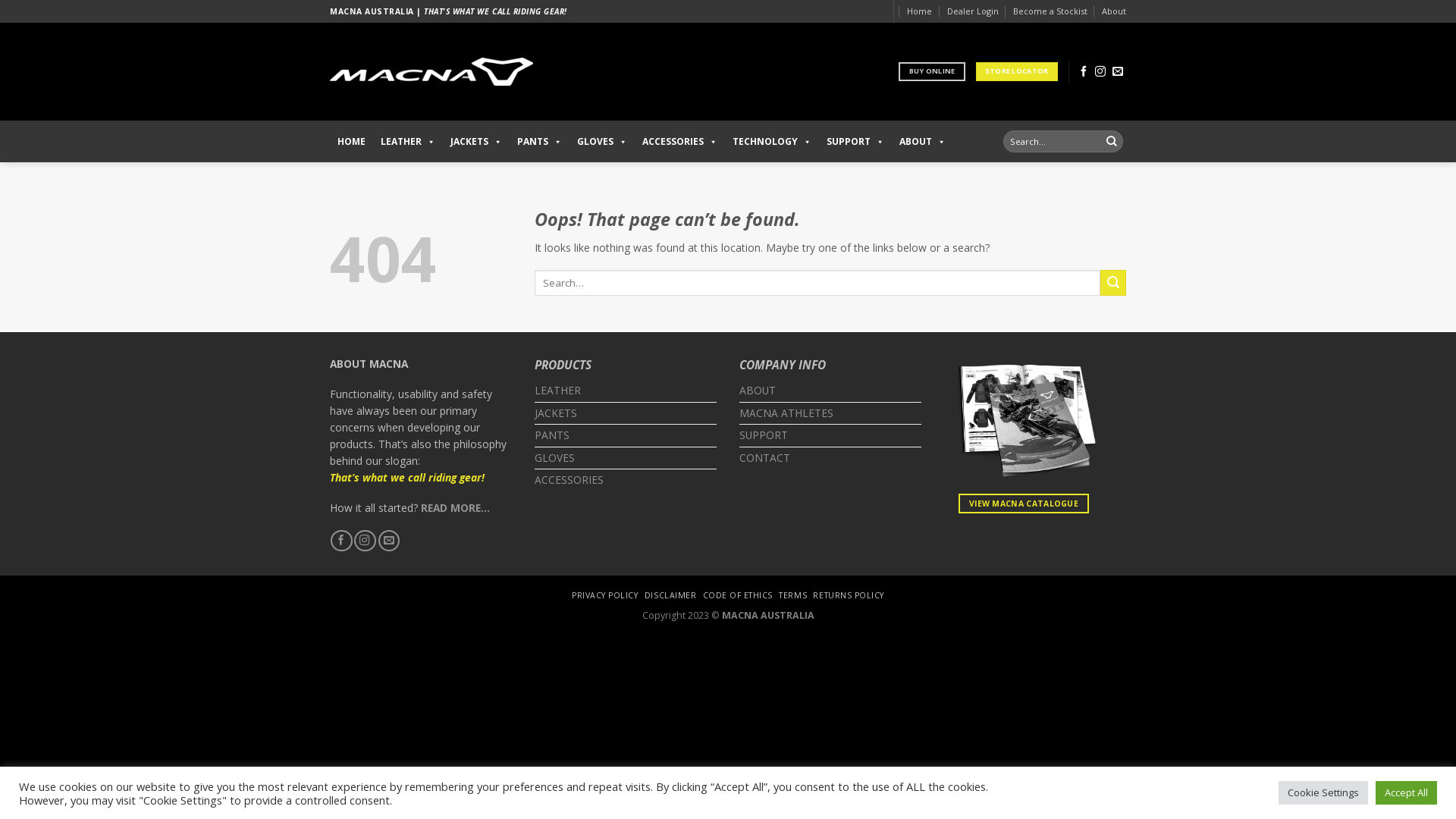  I want to click on 'TERMS', so click(779, 595).